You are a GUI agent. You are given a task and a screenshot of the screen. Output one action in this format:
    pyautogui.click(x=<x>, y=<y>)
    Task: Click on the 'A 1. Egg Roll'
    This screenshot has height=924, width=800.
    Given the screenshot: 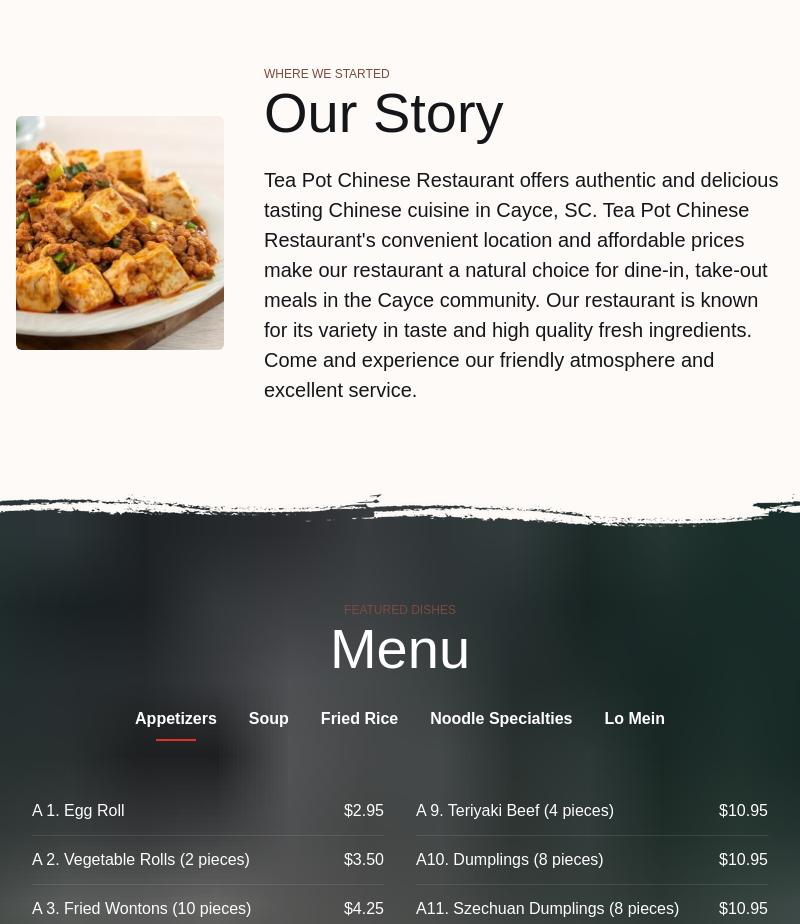 What is the action you would take?
    pyautogui.click(x=78, y=810)
    